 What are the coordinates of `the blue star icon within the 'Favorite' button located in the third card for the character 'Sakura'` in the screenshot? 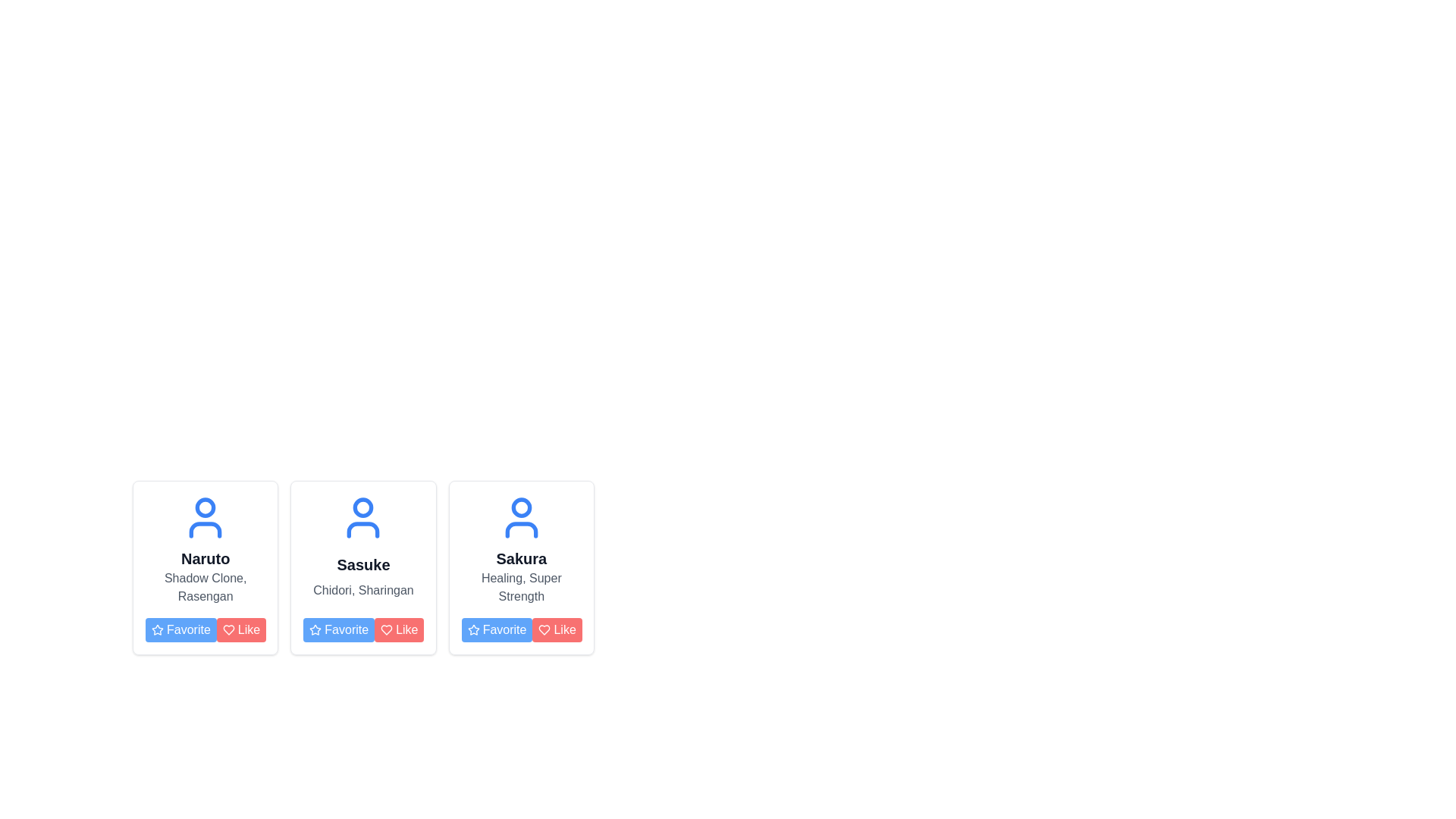 It's located at (472, 629).